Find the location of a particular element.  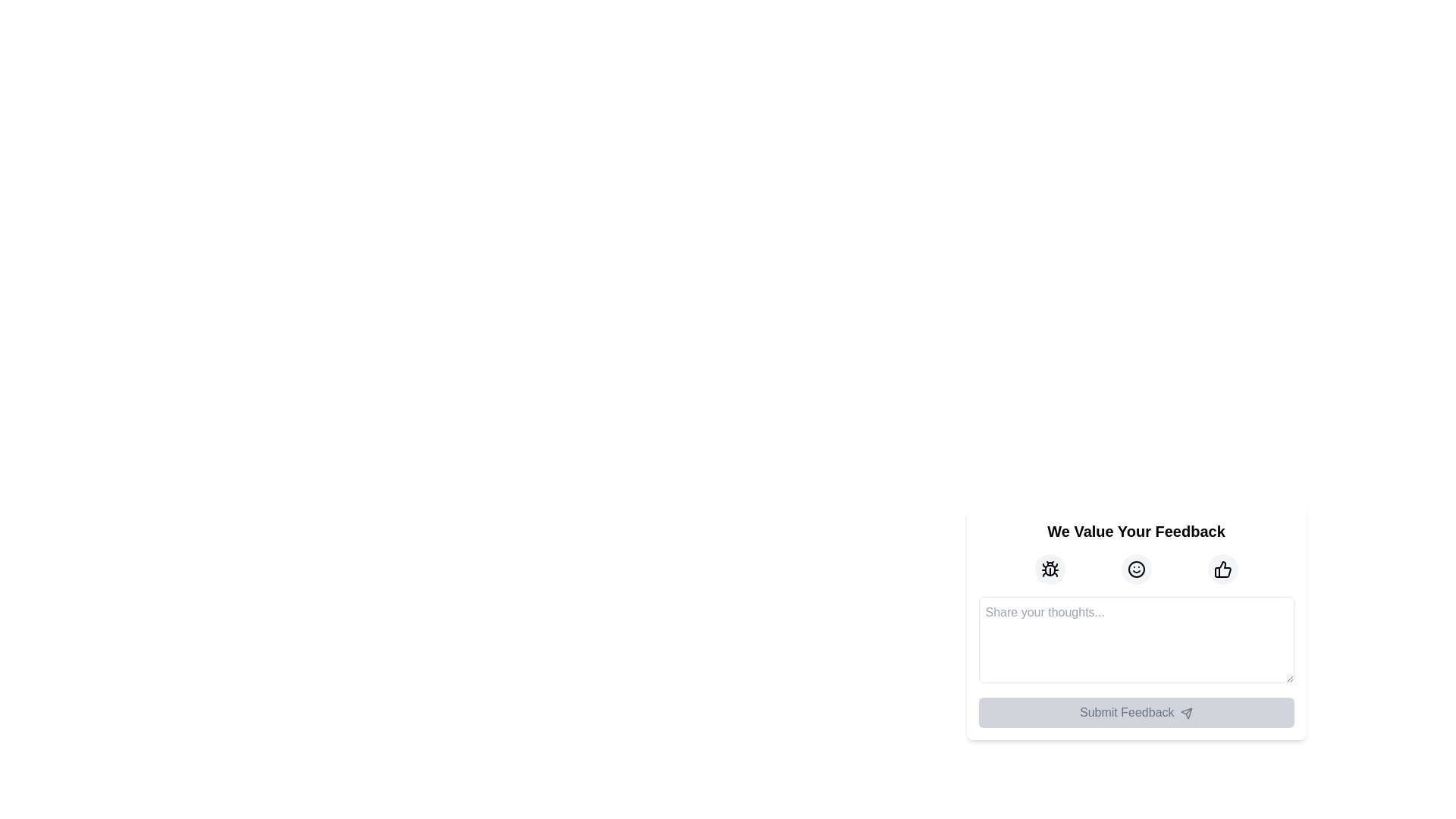

the smiley face icon located in the middle of a row of three icons at the top of the feedback form, which is the second icon from the left is located at coordinates (1136, 570).